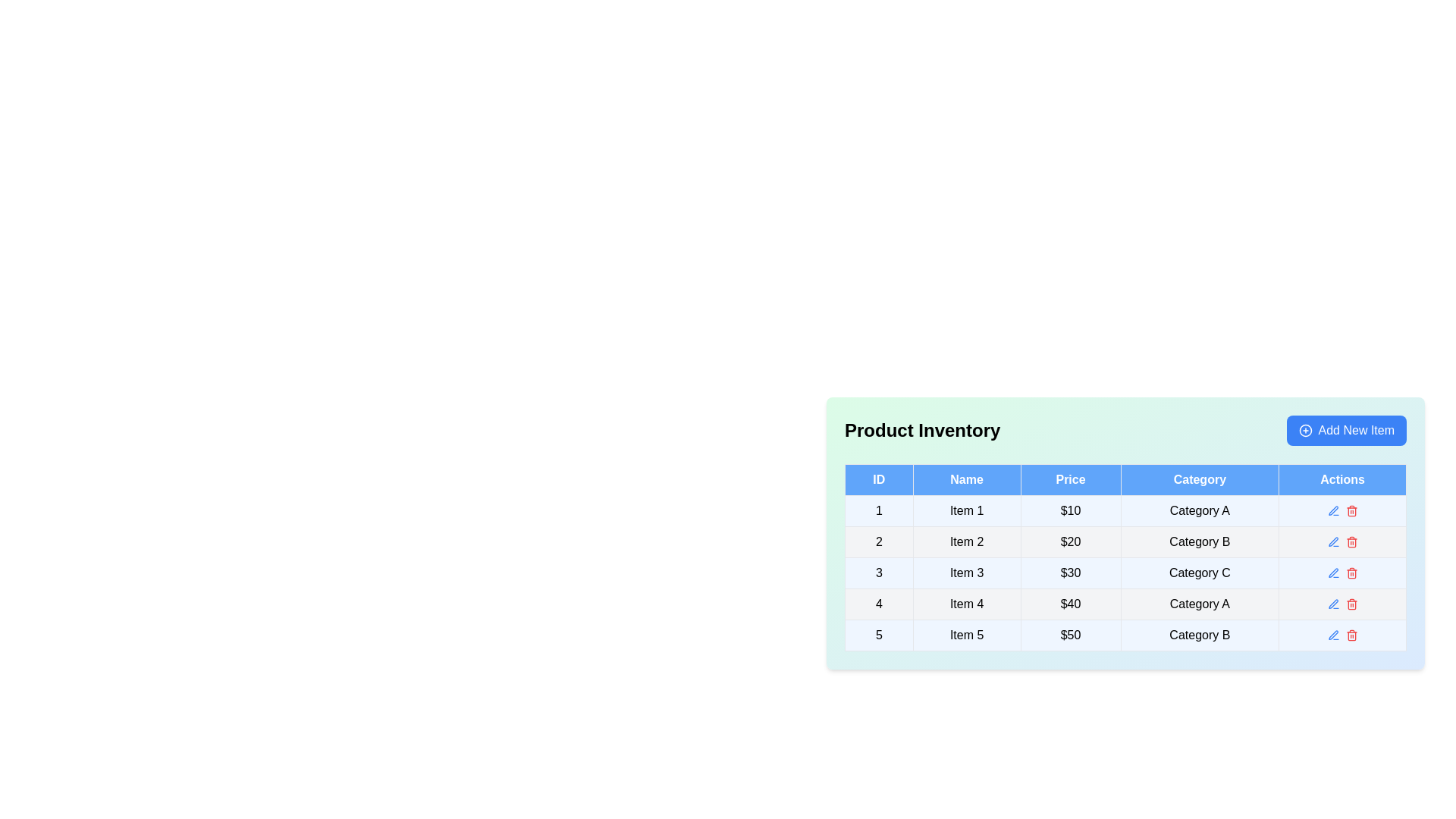  I want to click on text 'Category B' from the fourth cell in the second row of the table under the 'Category' header, which is a rectangular cell with a light background and black text, so click(1199, 541).